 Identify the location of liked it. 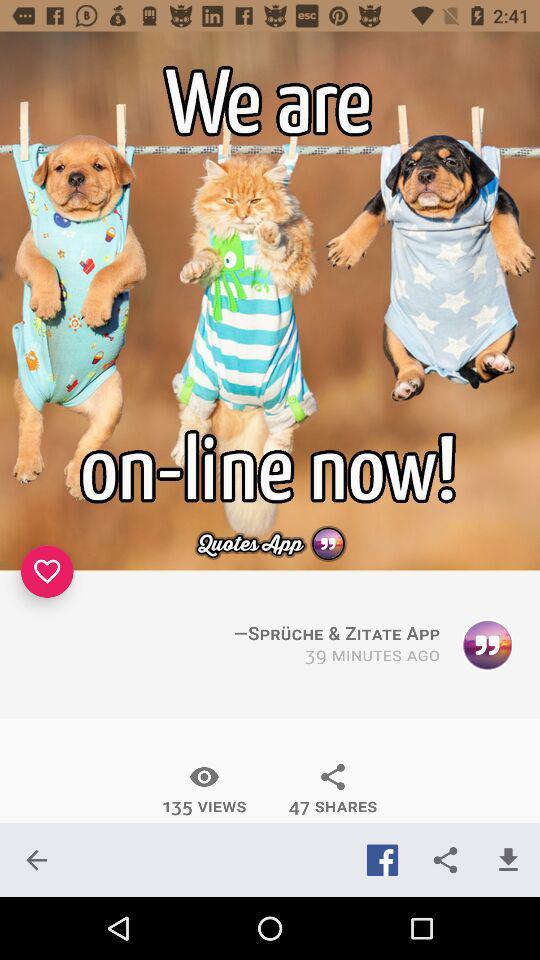
(47, 571).